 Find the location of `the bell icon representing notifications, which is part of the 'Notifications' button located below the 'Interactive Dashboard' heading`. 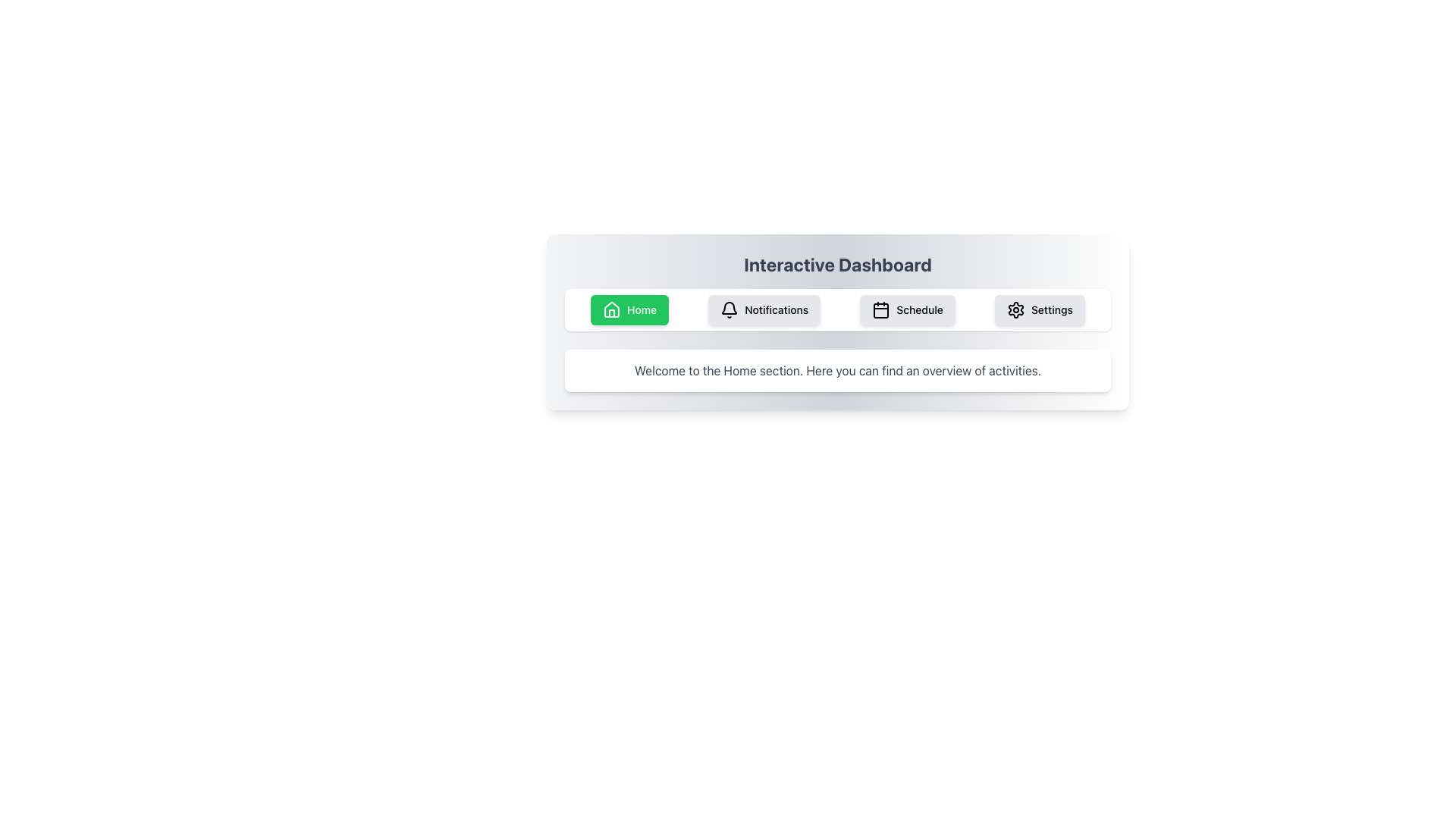

the bell icon representing notifications, which is part of the 'Notifications' button located below the 'Interactive Dashboard' heading is located at coordinates (730, 309).